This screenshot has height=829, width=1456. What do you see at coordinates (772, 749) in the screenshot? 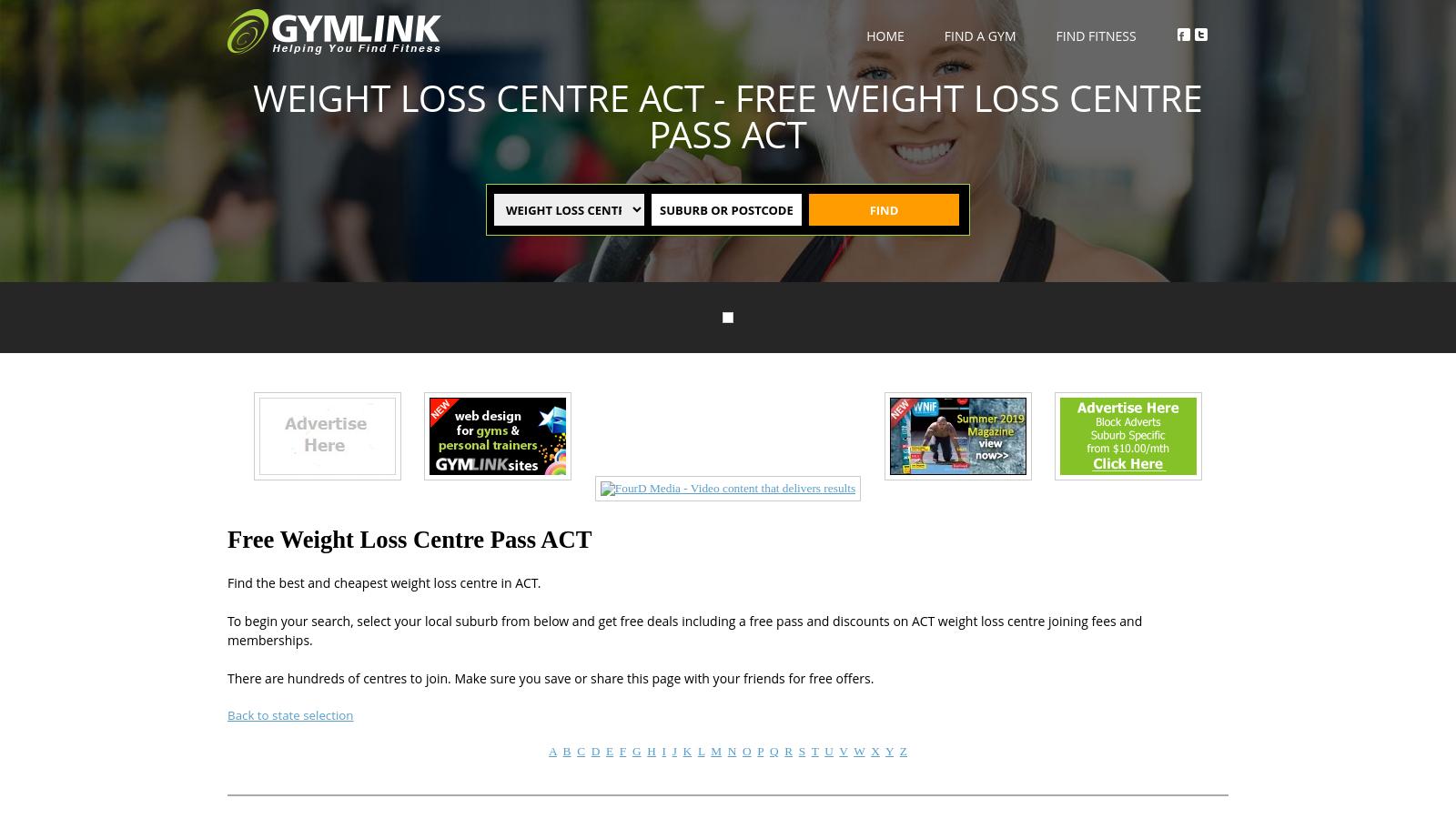
I see `'Q'` at bounding box center [772, 749].